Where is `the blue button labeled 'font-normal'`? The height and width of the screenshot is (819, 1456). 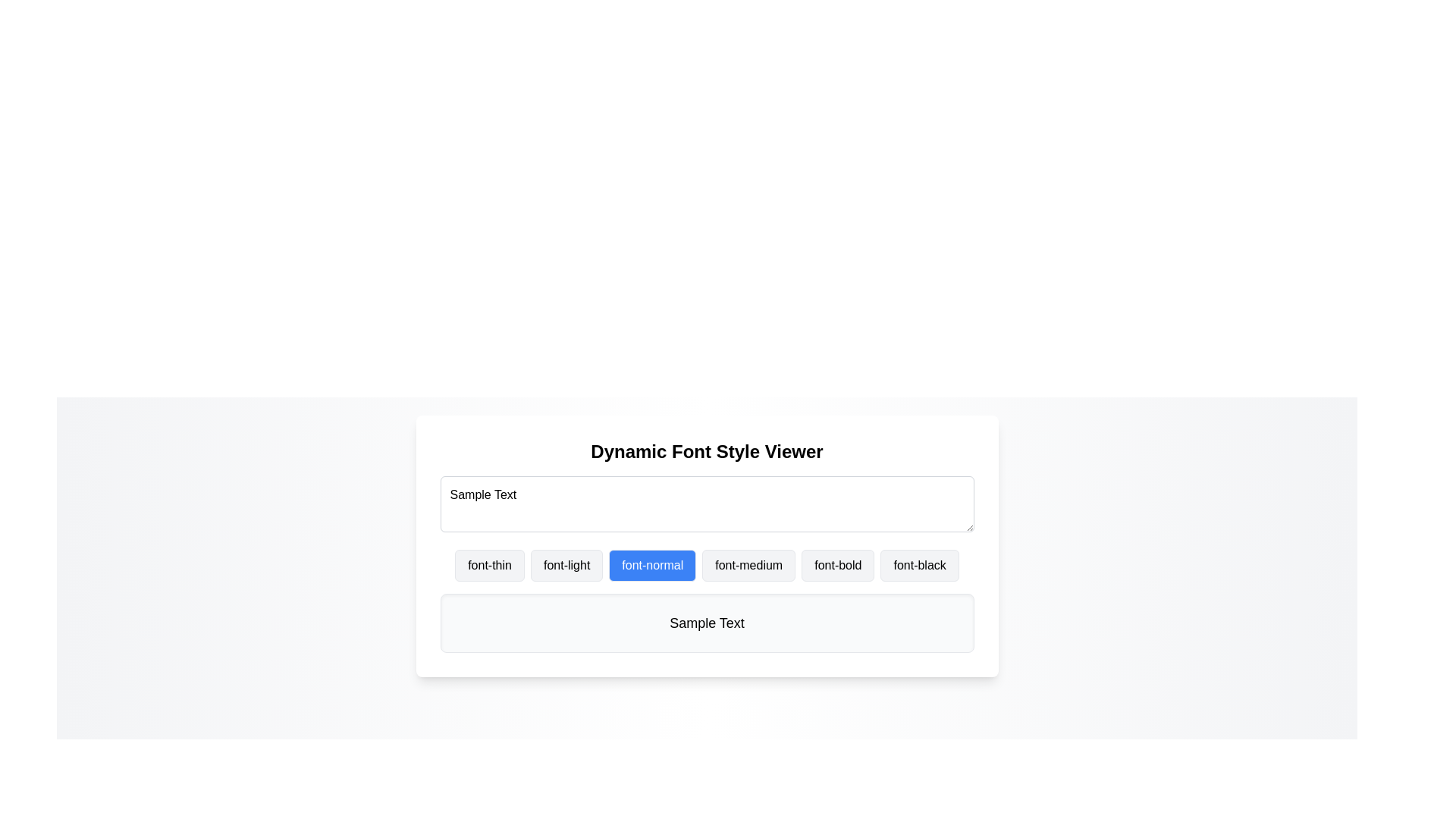
the blue button labeled 'font-normal' is located at coordinates (652, 565).